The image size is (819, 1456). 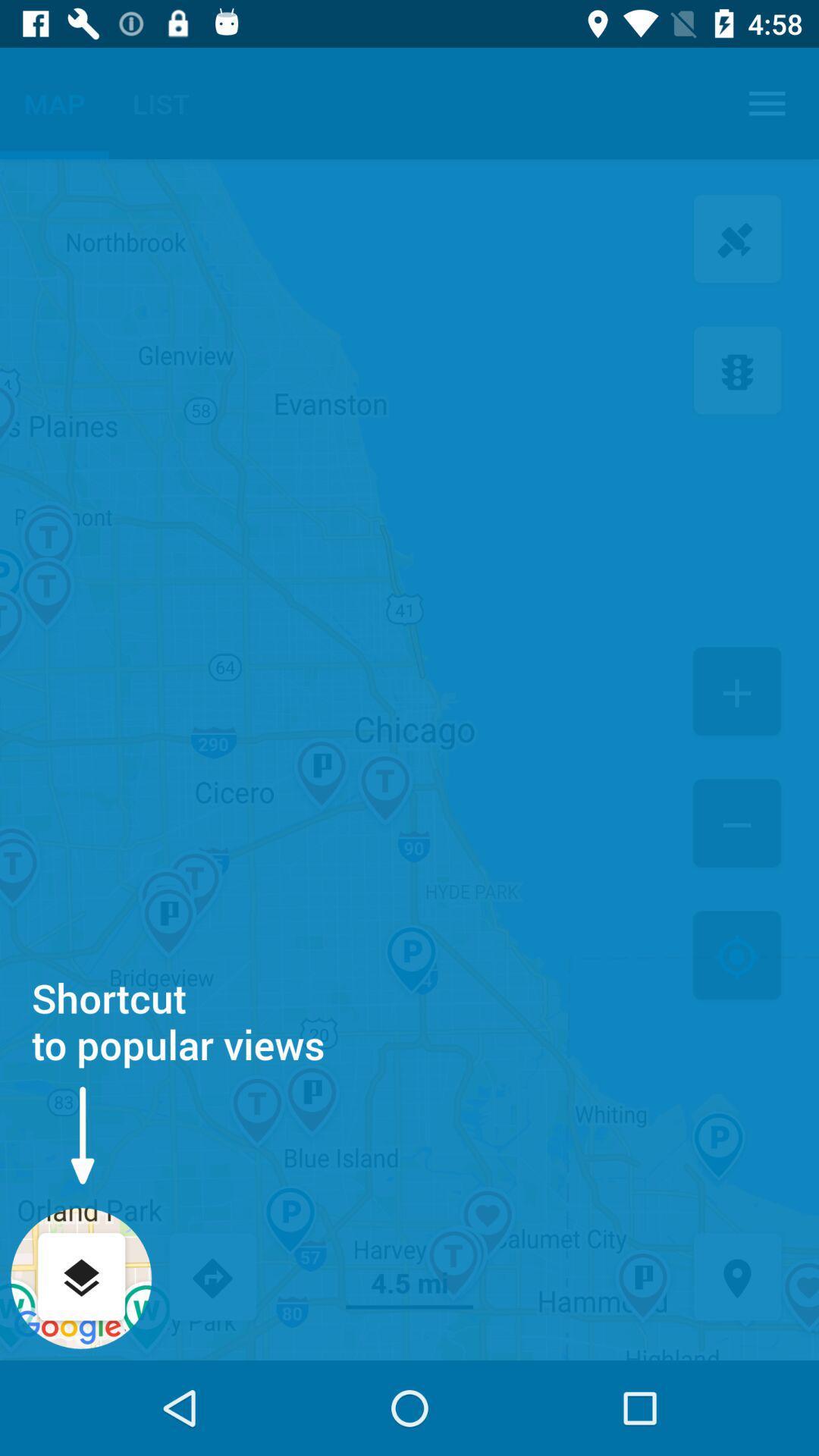 I want to click on asking location, so click(x=736, y=1278).